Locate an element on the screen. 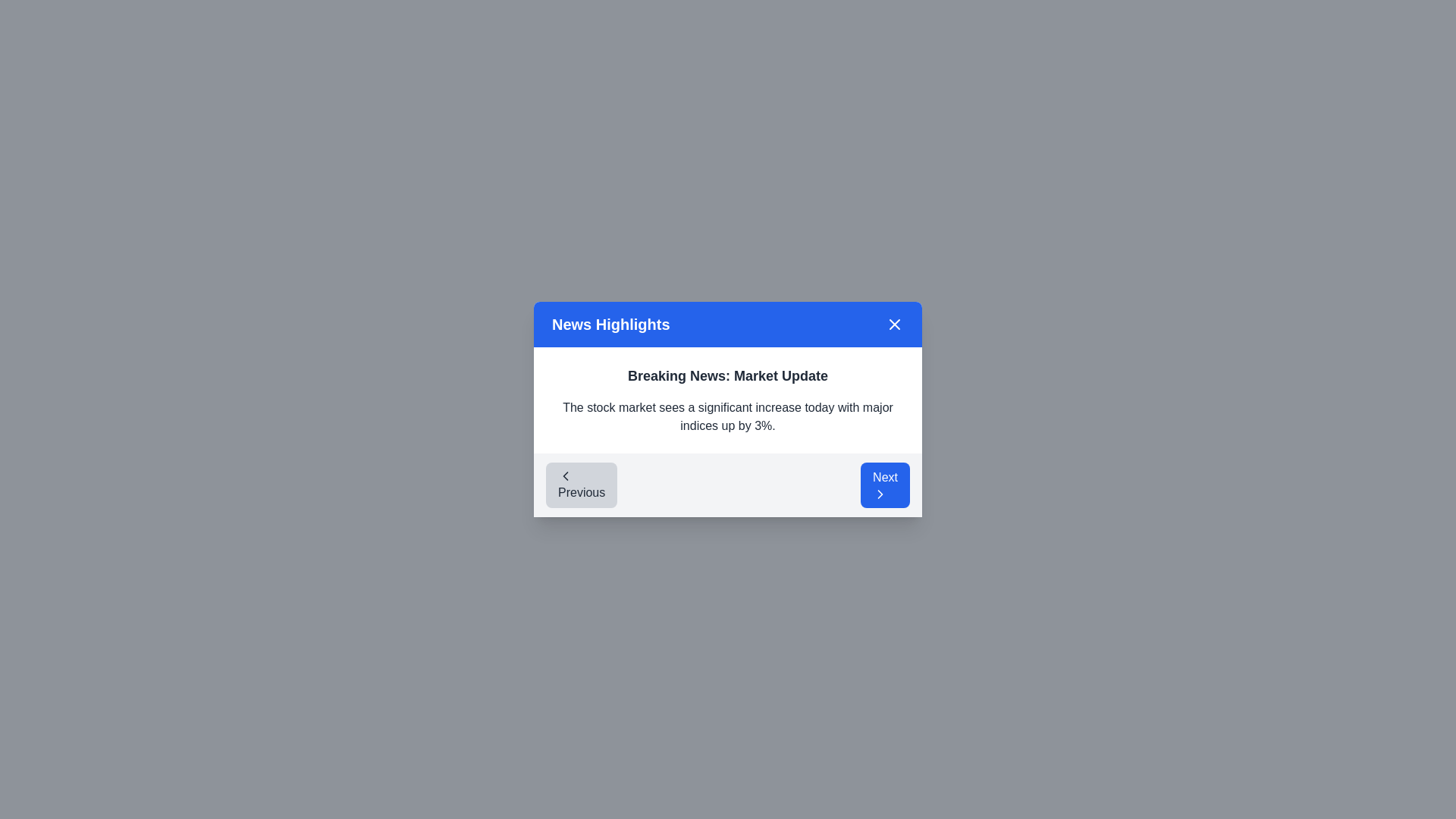 The height and width of the screenshot is (819, 1456). the left-pointing chevron icon within the 'Previous' button in the modal dialog titled 'News Highlights' is located at coordinates (564, 475).